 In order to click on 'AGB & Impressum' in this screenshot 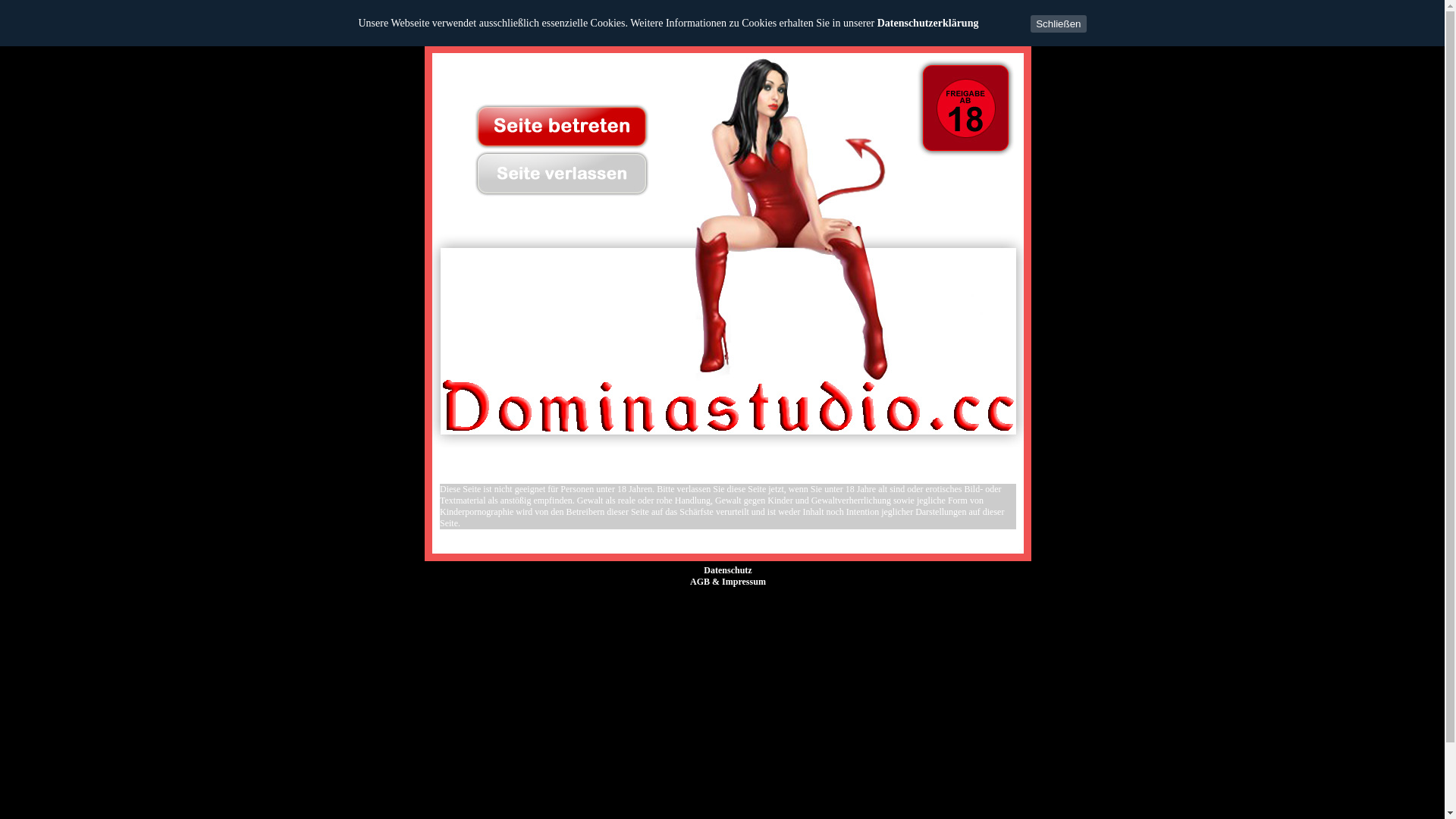, I will do `click(728, 581)`.